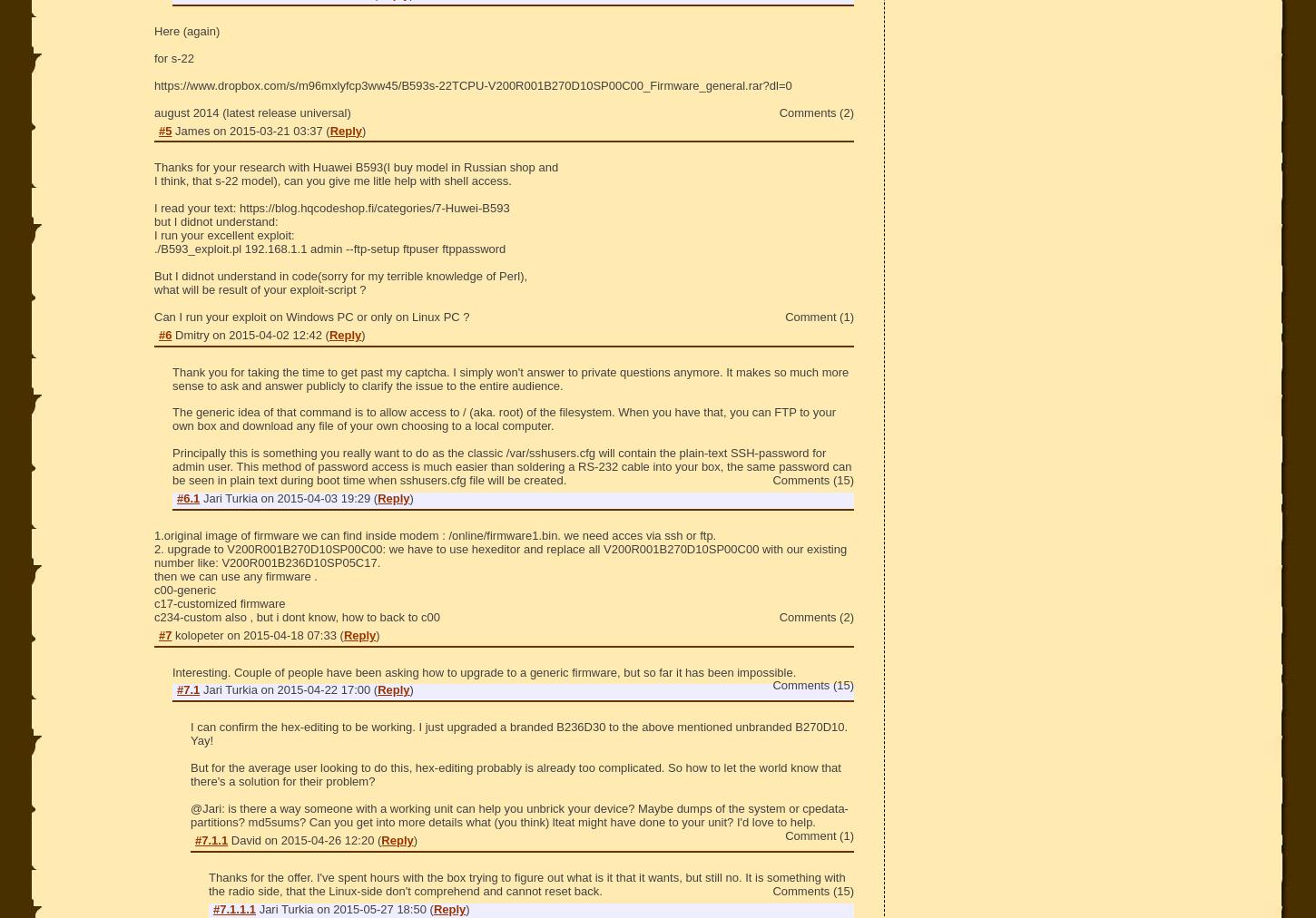 This screenshot has width=1316, height=918. What do you see at coordinates (519, 732) in the screenshot?
I see `'I can confirm the hex-editing to be working. I just upgraded a branded B236D30 to the above mentioned unbranded B270D10. Yay!'` at bounding box center [519, 732].